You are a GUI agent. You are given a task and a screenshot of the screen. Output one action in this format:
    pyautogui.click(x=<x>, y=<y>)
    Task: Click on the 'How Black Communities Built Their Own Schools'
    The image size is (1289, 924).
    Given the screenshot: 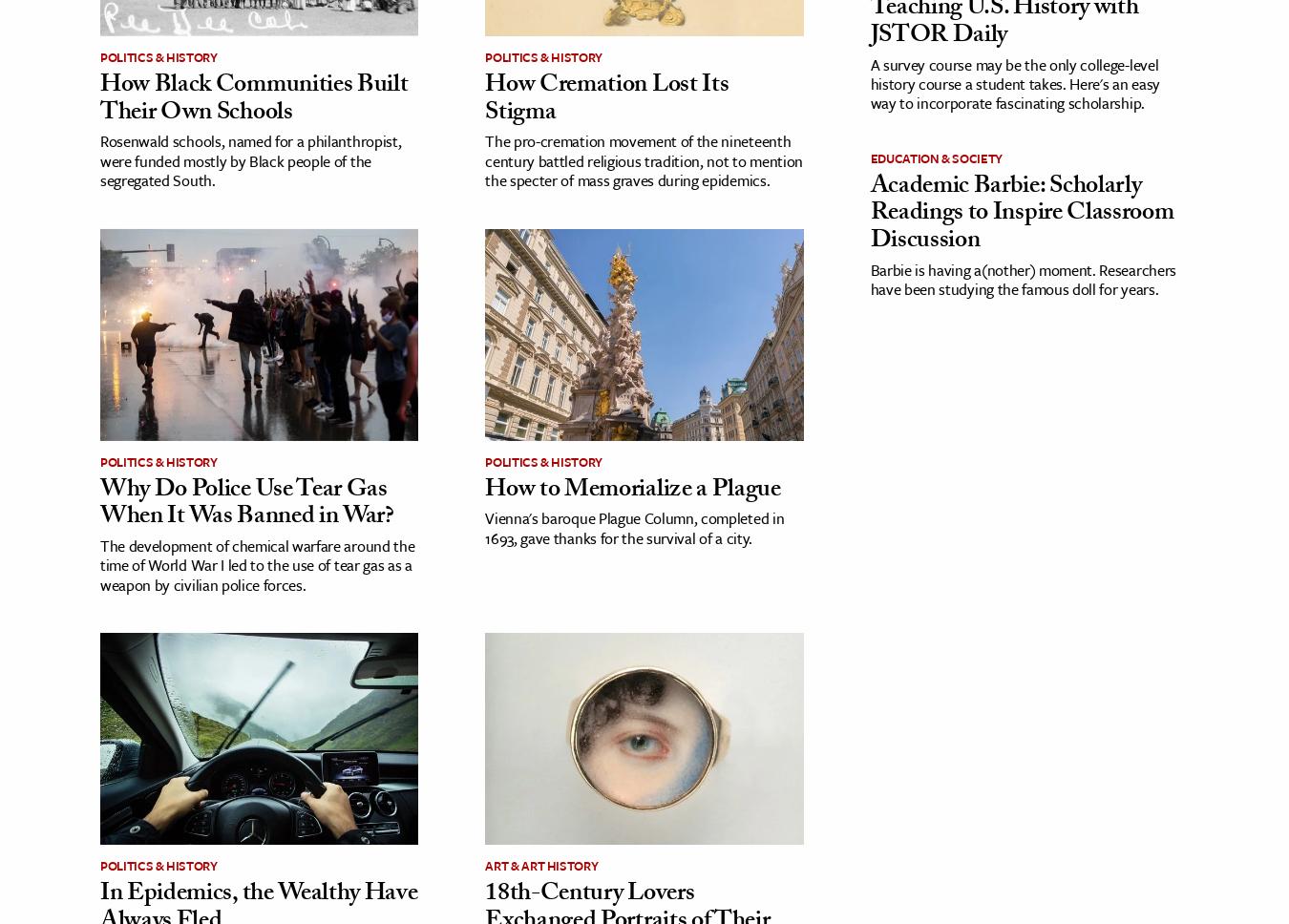 What is the action you would take?
    pyautogui.click(x=99, y=100)
    